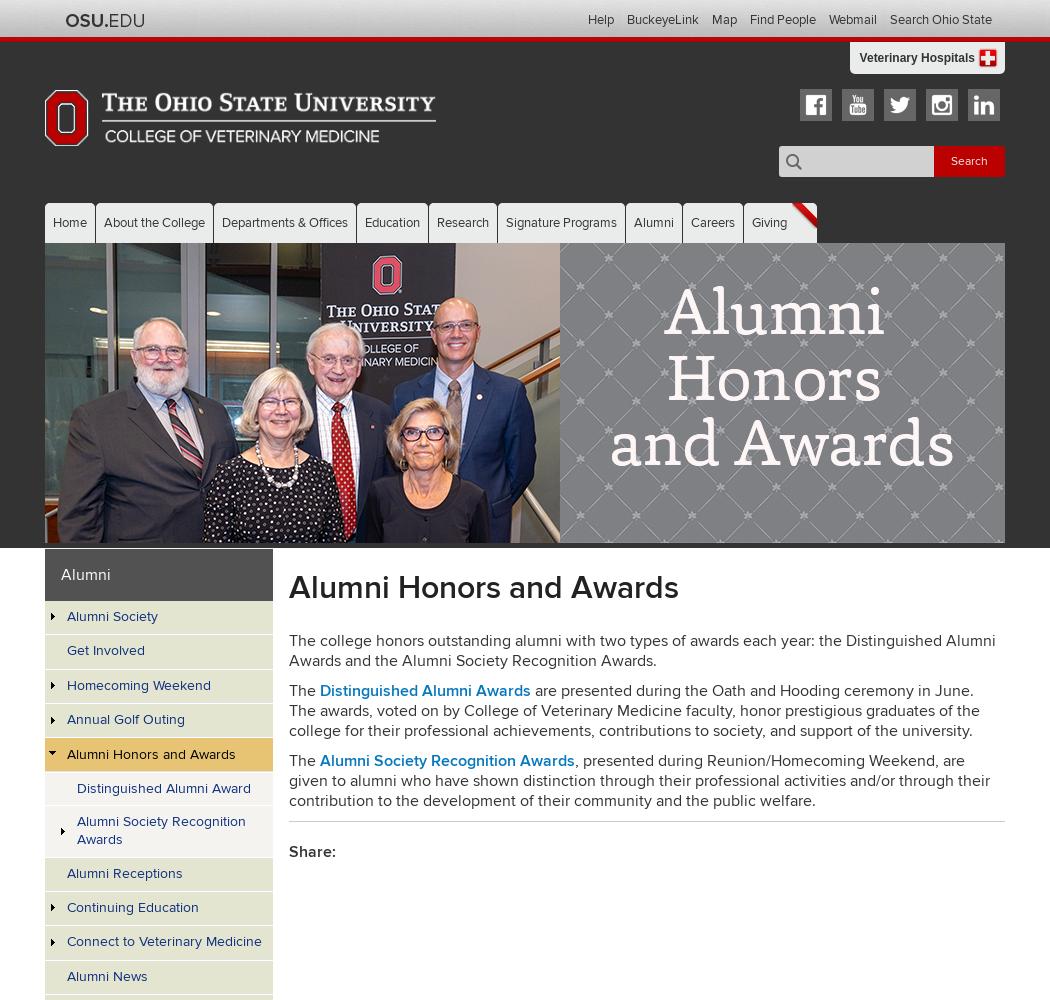 This screenshot has height=1000, width=1050. Describe the element at coordinates (111, 615) in the screenshot. I see `'Alumni Society'` at that location.